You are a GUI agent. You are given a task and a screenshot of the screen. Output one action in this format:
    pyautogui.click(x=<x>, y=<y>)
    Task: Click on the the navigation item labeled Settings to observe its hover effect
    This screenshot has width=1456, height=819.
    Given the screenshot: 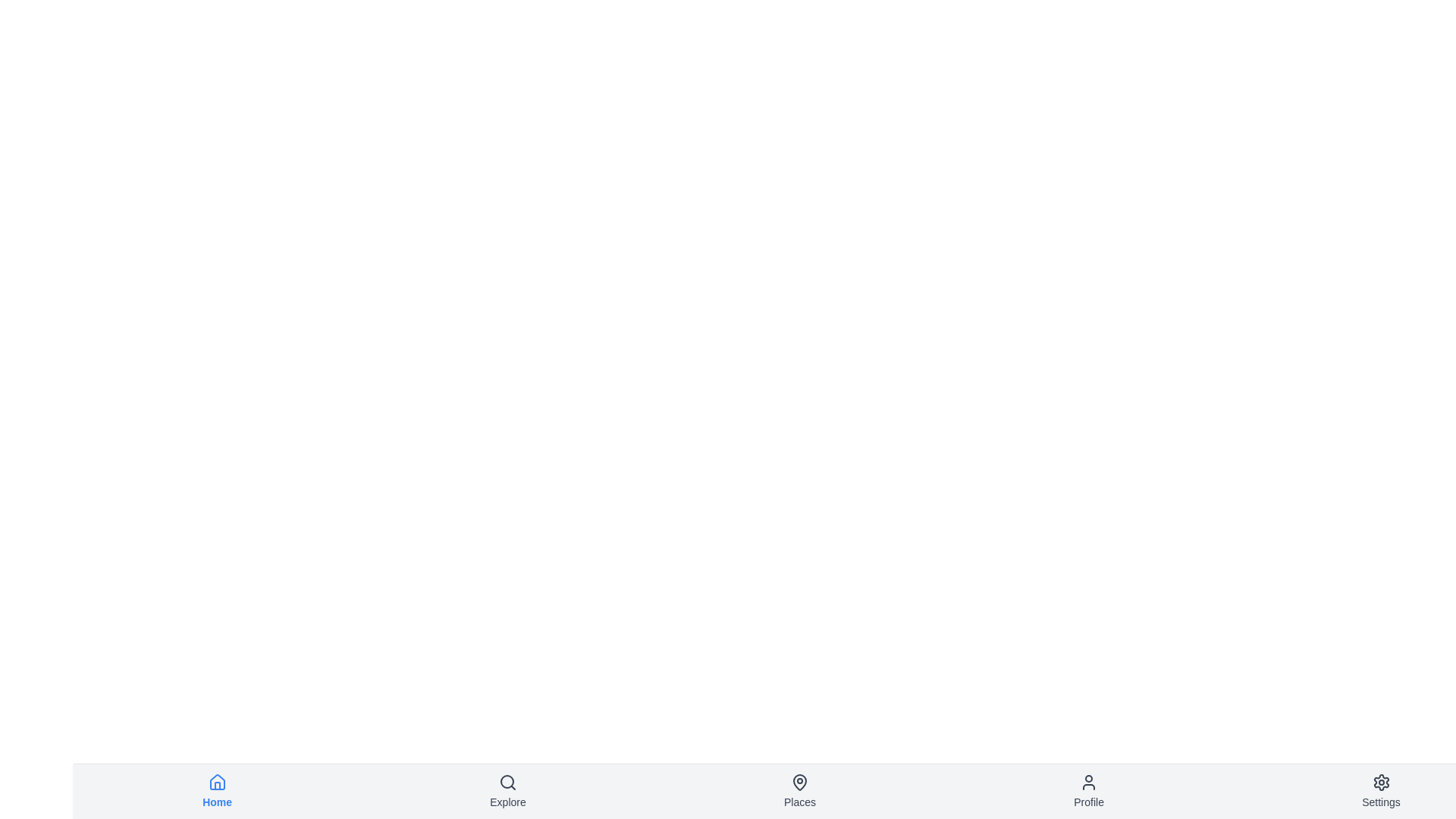 What is the action you would take?
    pyautogui.click(x=1381, y=791)
    